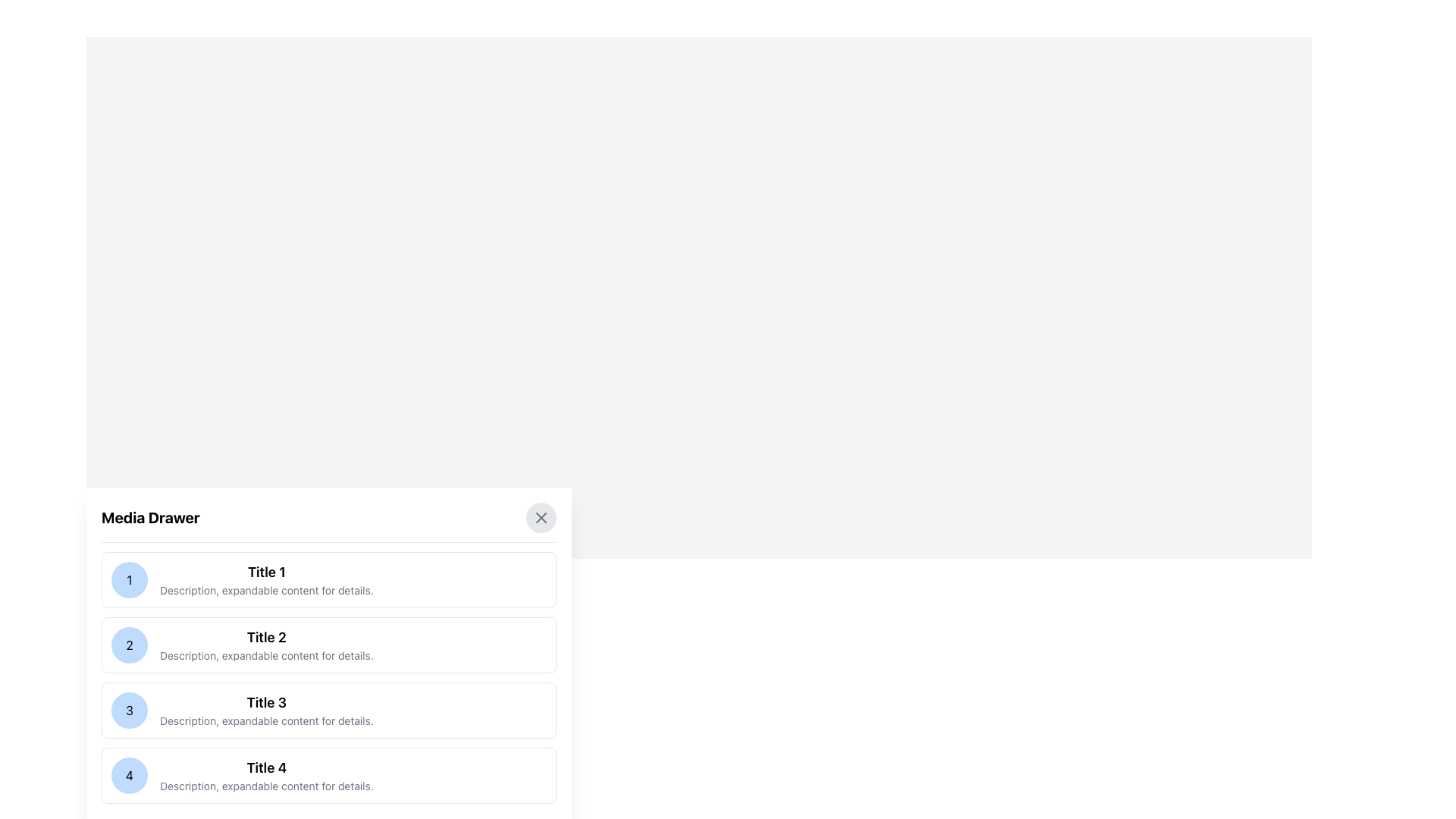 The width and height of the screenshot is (1456, 819). Describe the element at coordinates (150, 516) in the screenshot. I see `the text label 'Media Drawer' which is styled in bold font and positioned at the top left corner of its section, just above the dividing line` at that location.